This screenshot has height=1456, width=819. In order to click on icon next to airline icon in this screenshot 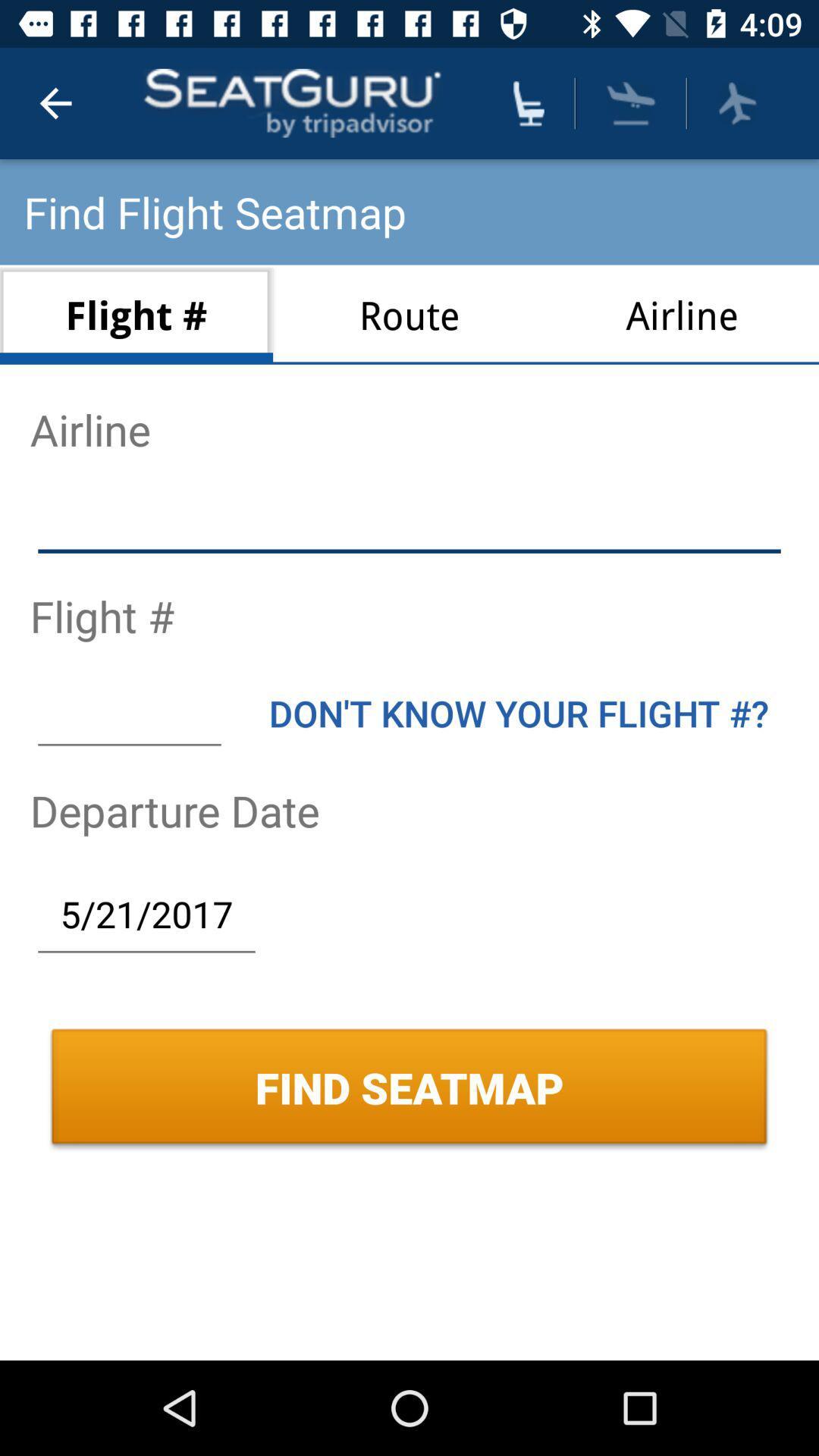, I will do `click(409, 314)`.